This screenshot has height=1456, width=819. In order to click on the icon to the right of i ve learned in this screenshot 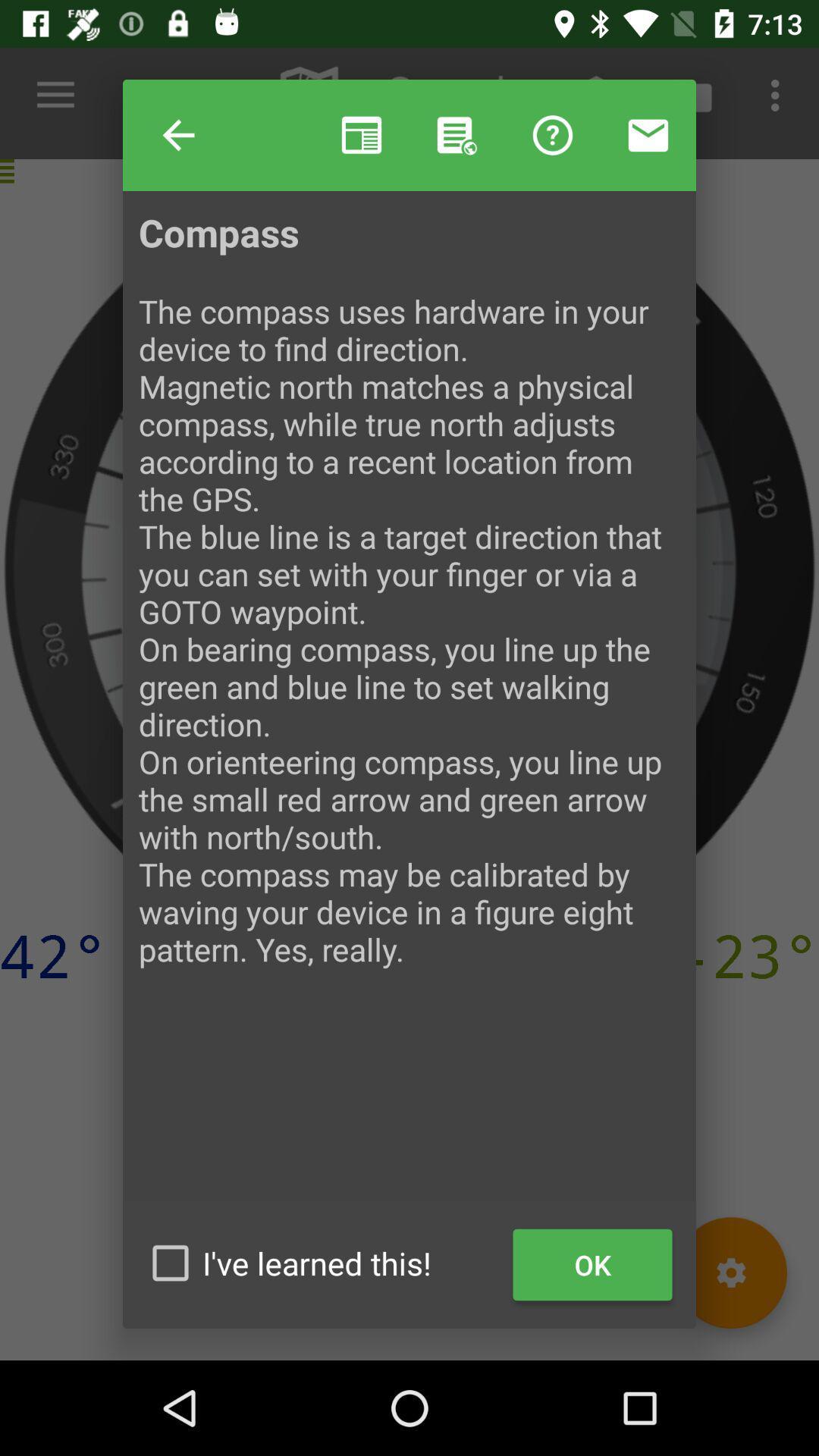, I will do `click(591, 1265)`.